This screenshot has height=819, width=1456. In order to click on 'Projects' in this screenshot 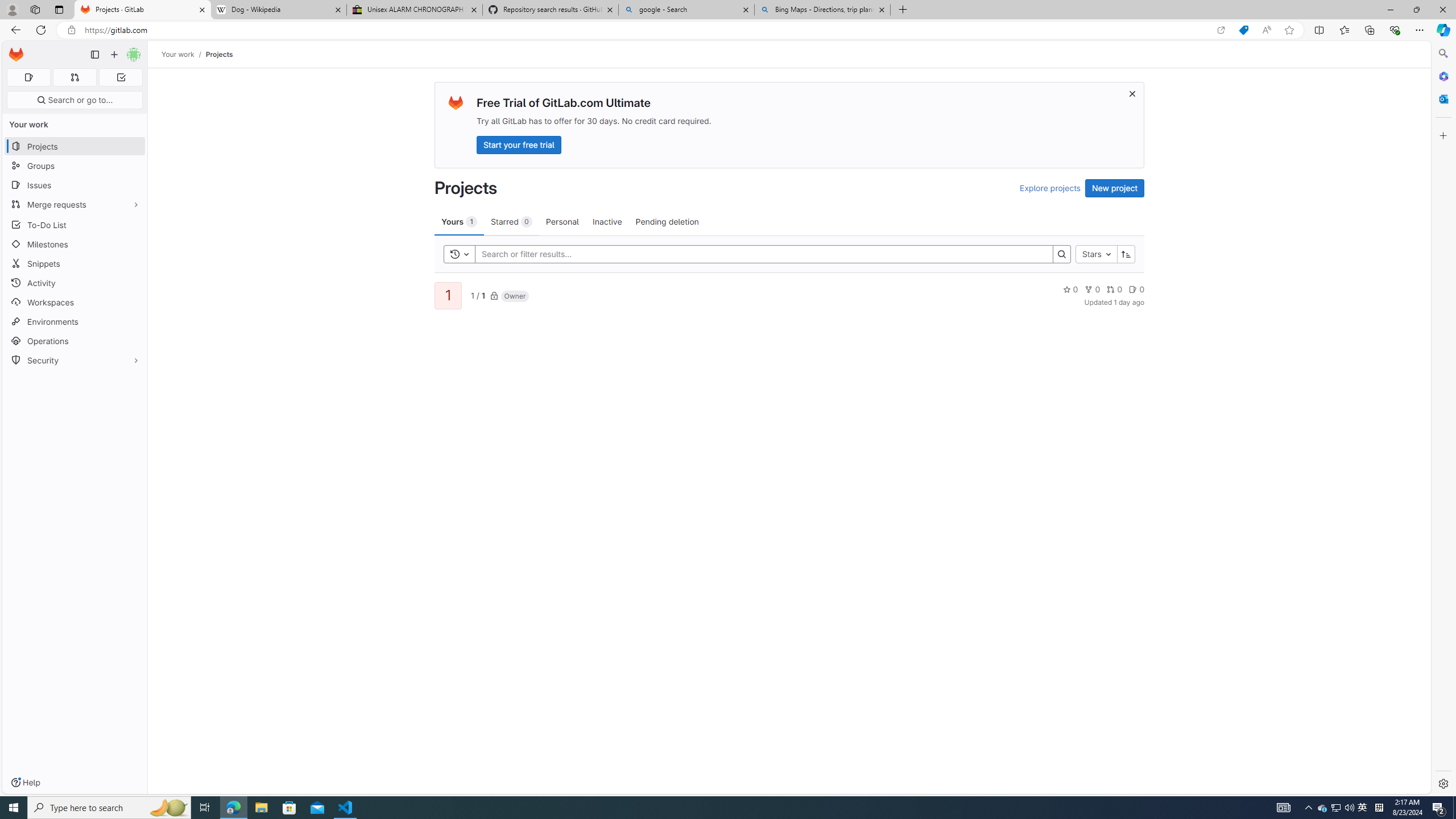, I will do `click(218, 54)`.